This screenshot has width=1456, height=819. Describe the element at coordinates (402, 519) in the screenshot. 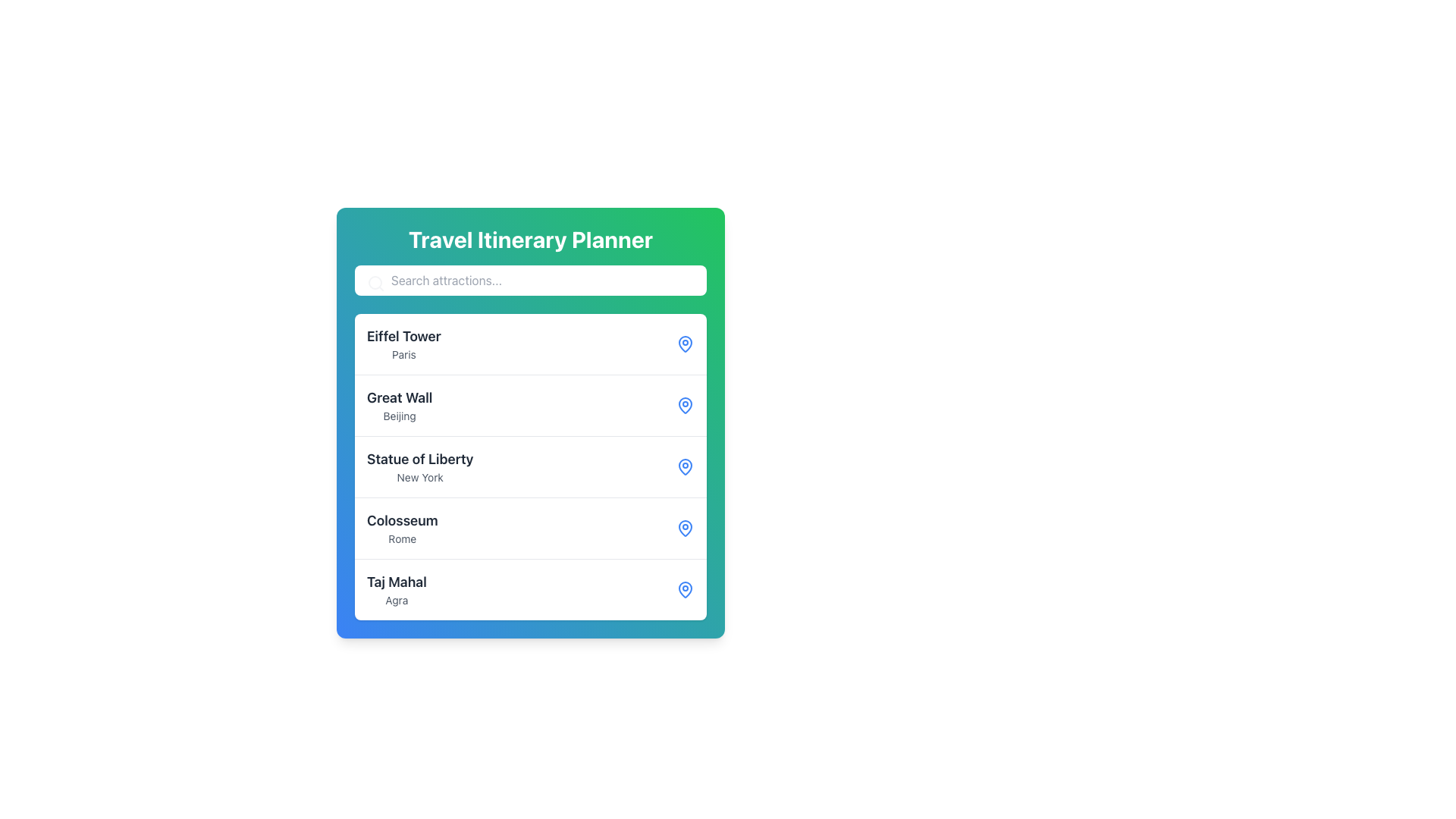

I see `the text label displaying 'Colosseum', which represents a travel attraction in the list` at that location.